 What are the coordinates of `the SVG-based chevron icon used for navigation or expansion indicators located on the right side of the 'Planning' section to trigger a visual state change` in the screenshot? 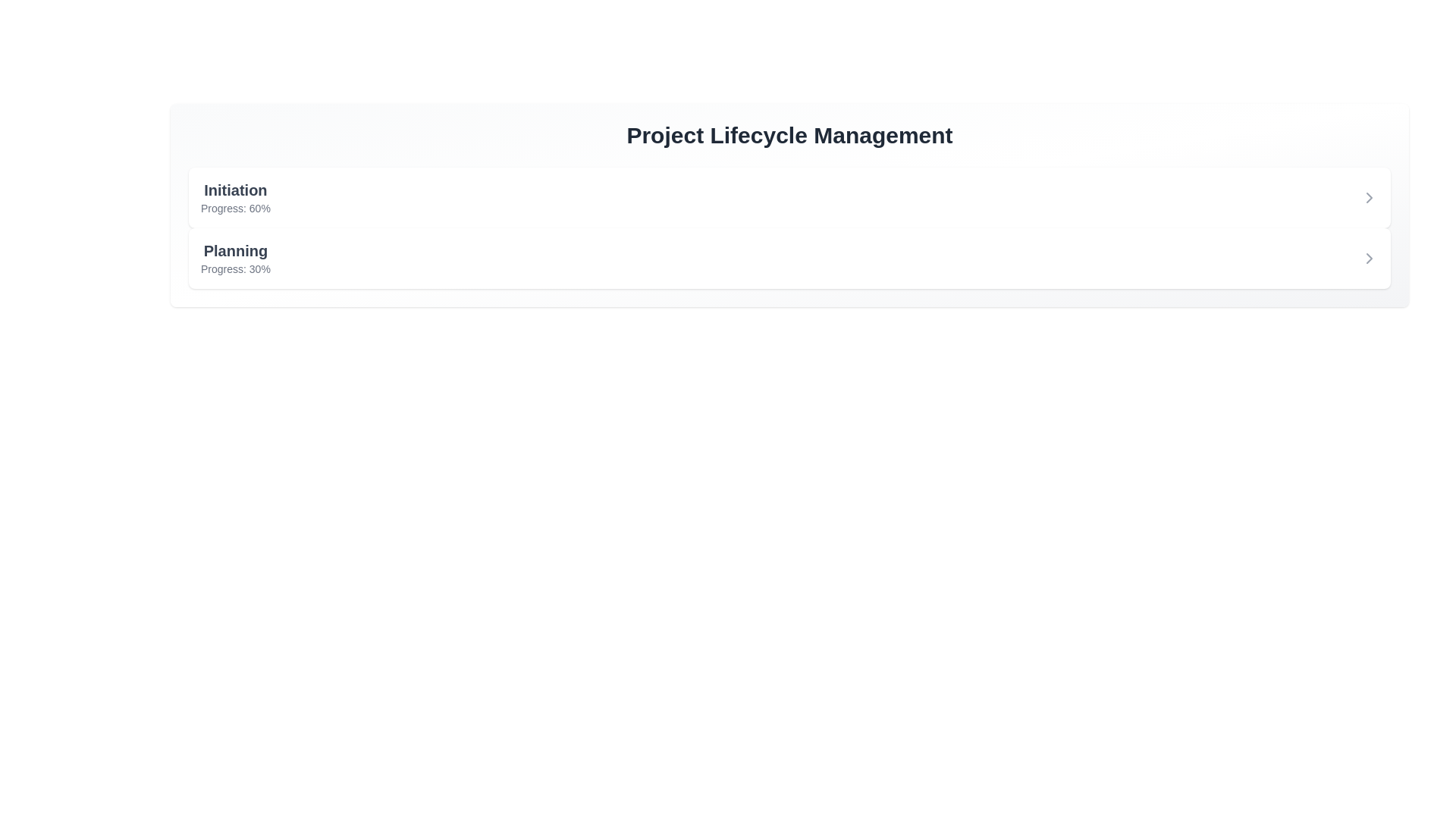 It's located at (1369, 257).